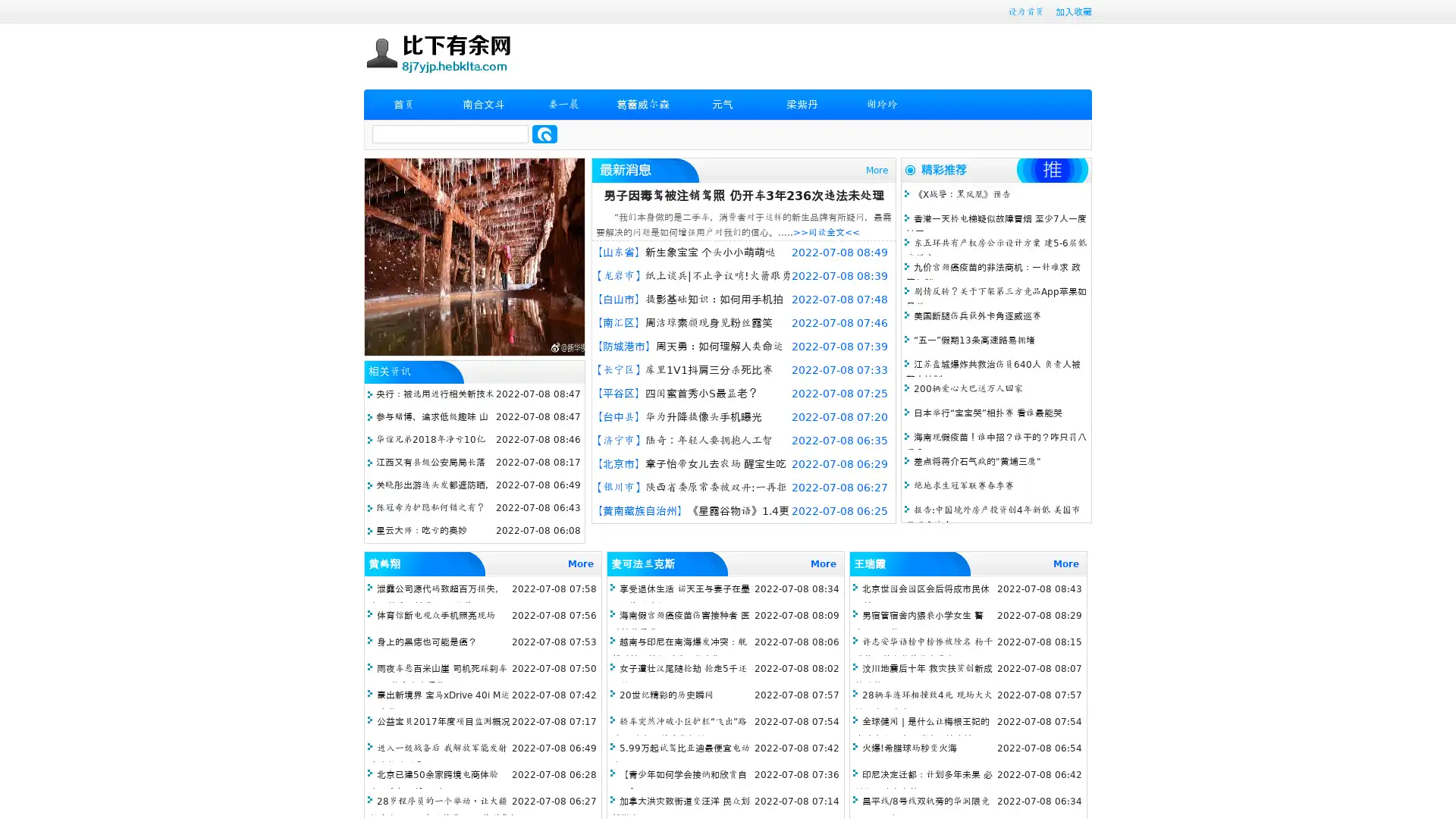 This screenshot has width=1456, height=819. I want to click on Search, so click(544, 133).